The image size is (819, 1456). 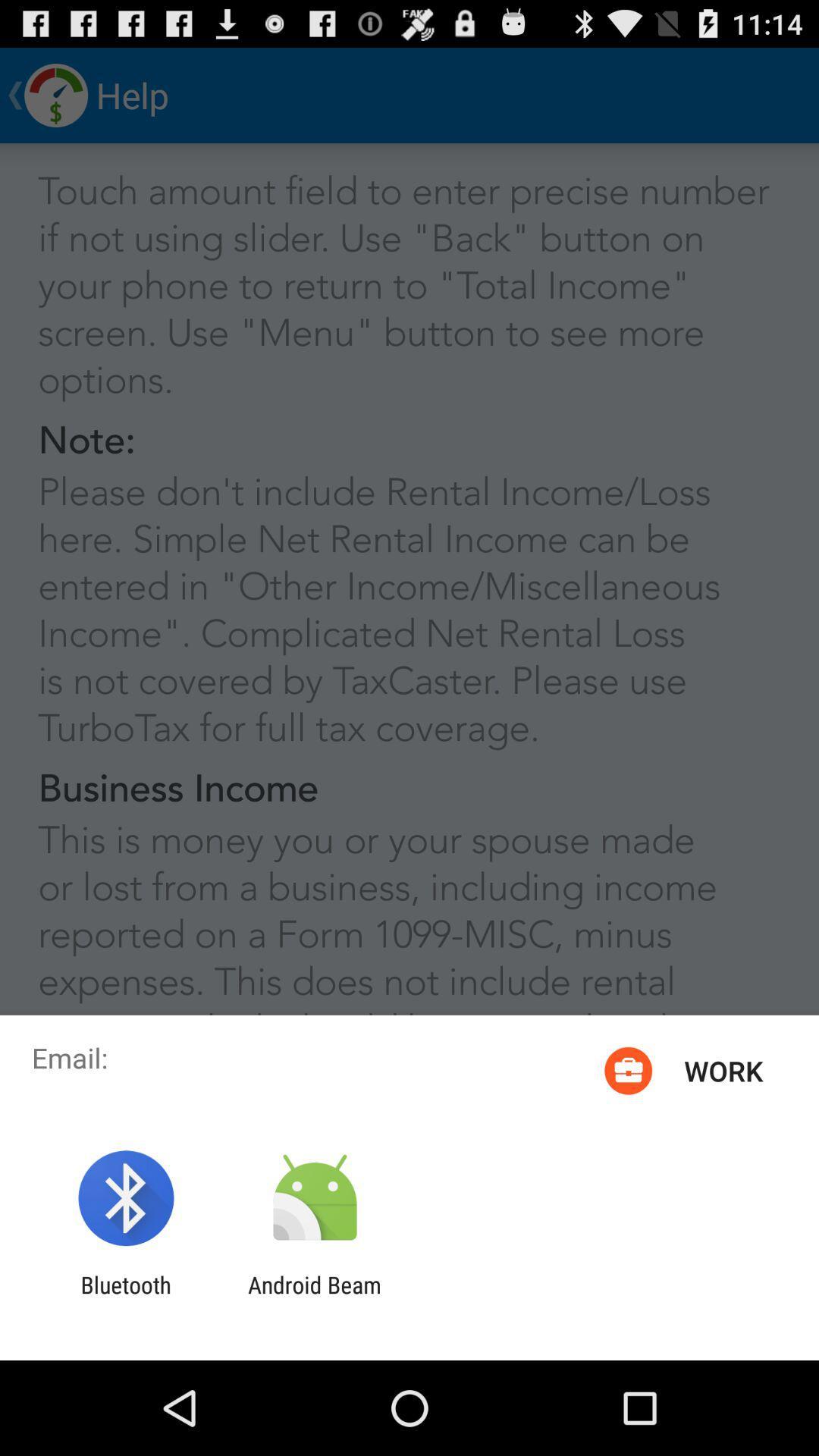 I want to click on the bluetooth item, so click(x=125, y=1298).